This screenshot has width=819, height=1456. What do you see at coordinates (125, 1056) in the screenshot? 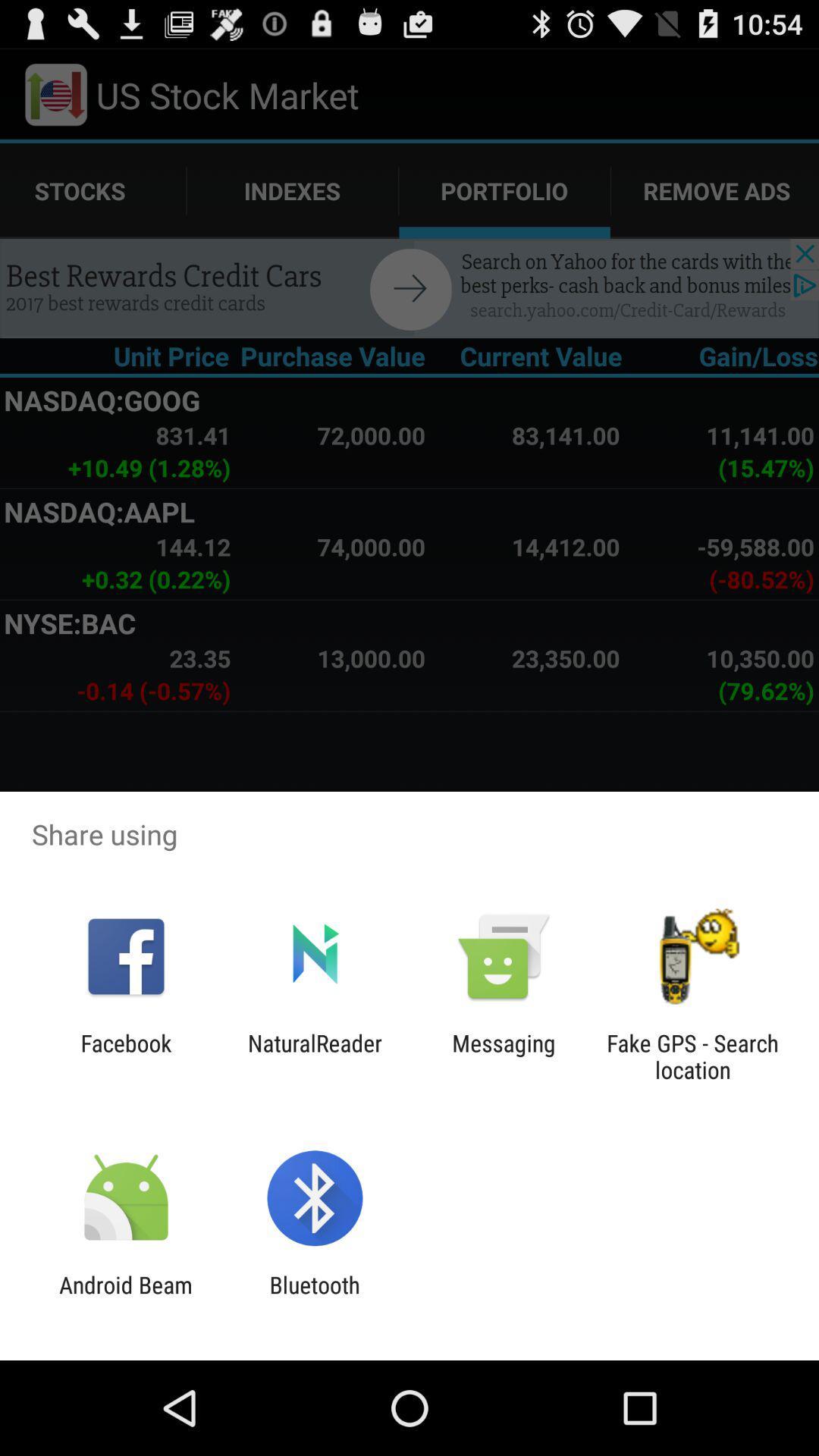
I see `the facebook item` at bounding box center [125, 1056].